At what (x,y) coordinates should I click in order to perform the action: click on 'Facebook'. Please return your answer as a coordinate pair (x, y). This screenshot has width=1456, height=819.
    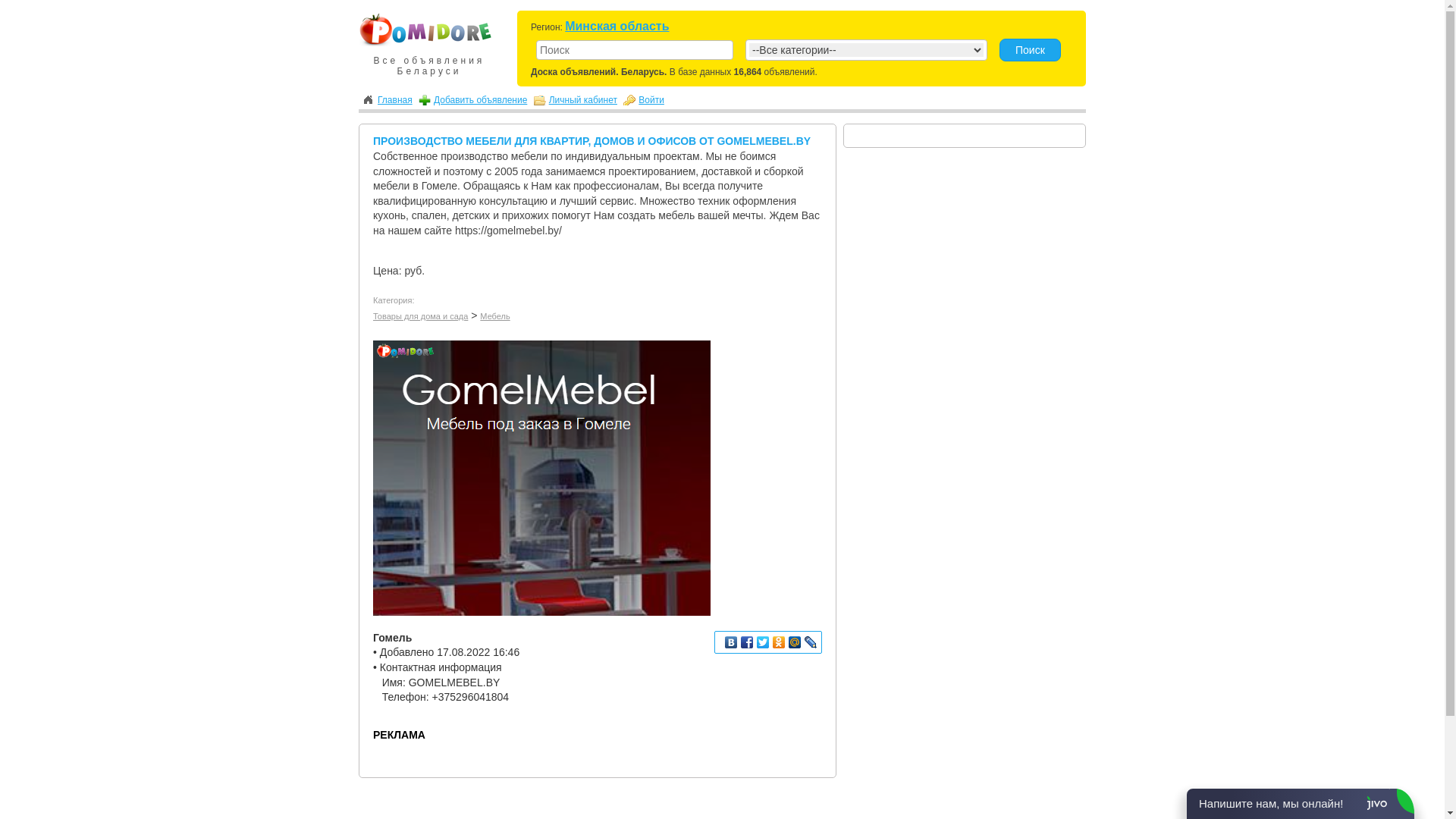
    Looking at the image, I should click on (747, 642).